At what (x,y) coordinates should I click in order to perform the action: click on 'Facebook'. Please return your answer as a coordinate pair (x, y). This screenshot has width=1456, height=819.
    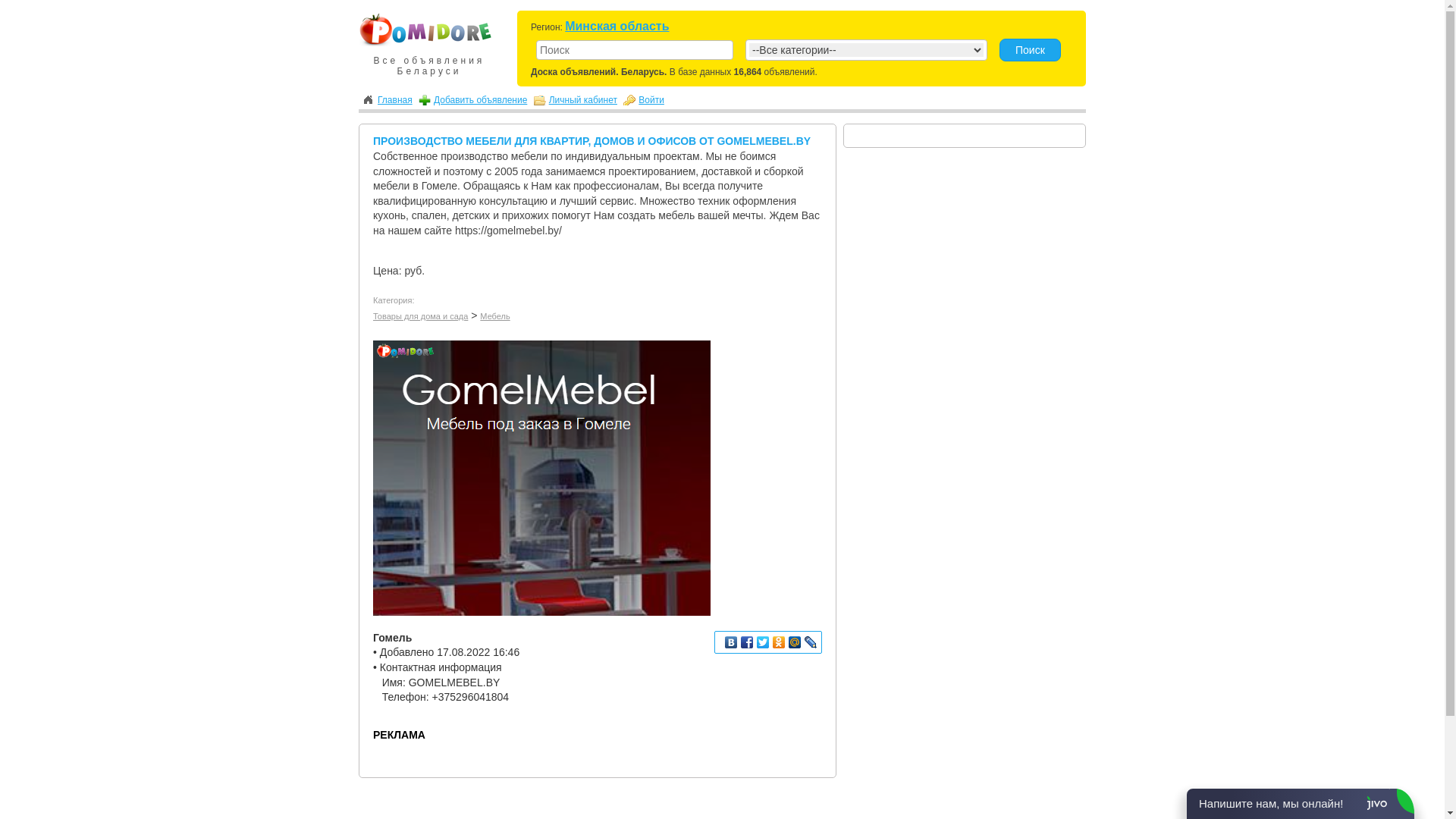
    Looking at the image, I should click on (747, 642).